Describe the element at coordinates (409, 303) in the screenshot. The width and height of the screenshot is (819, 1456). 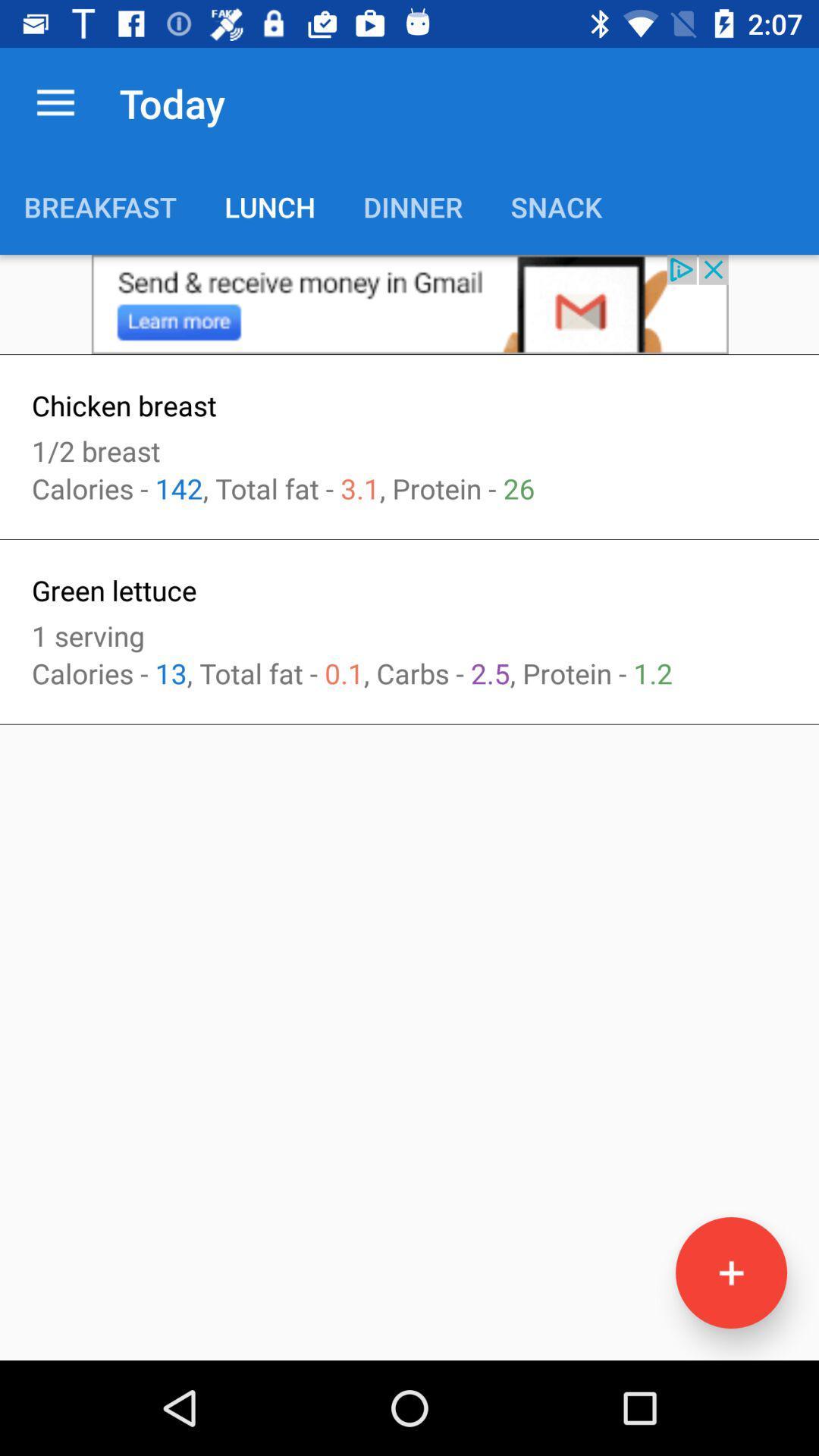
I see `inbox to seen` at that location.